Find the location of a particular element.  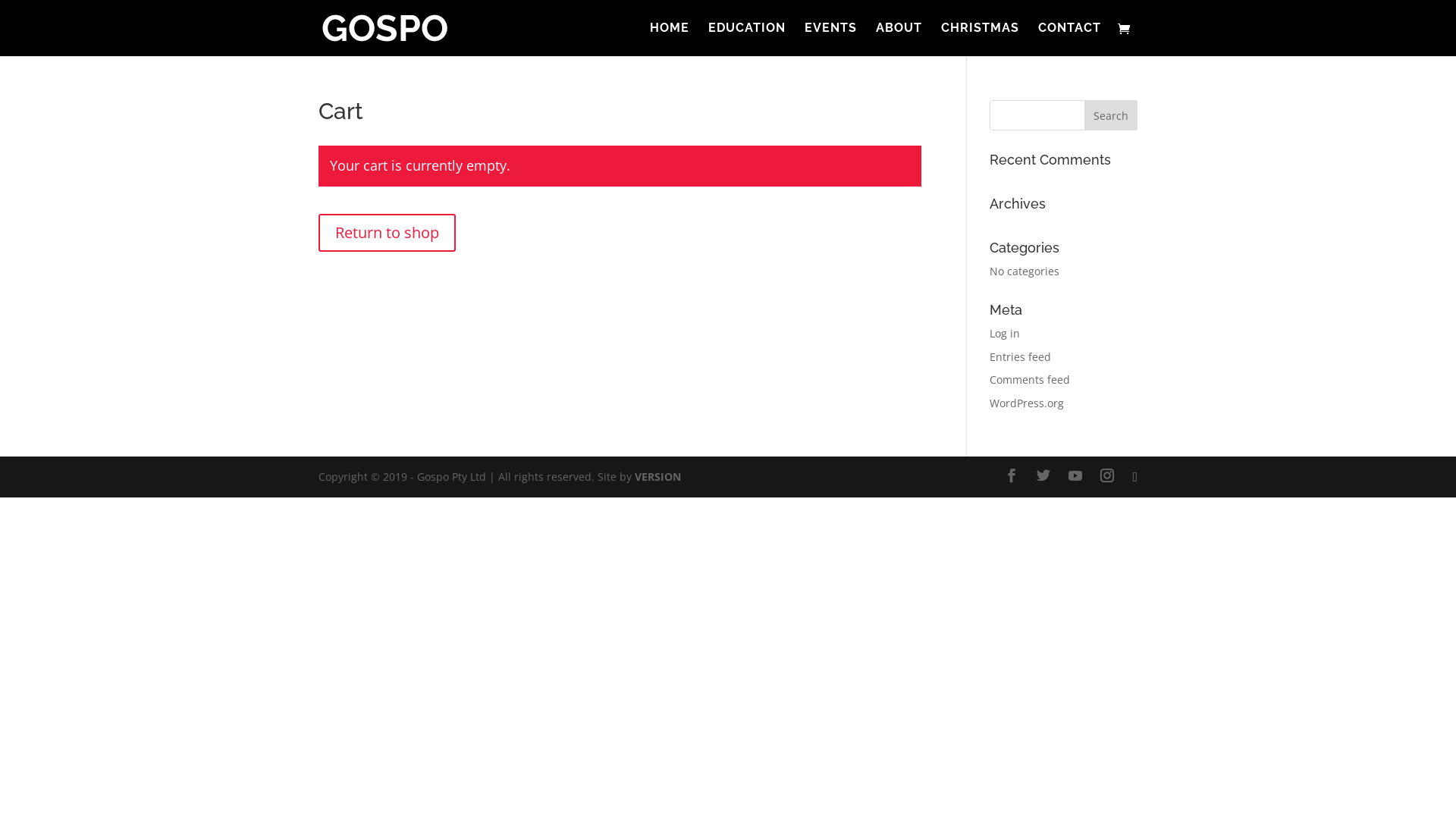

'Search' is located at coordinates (1110, 114).